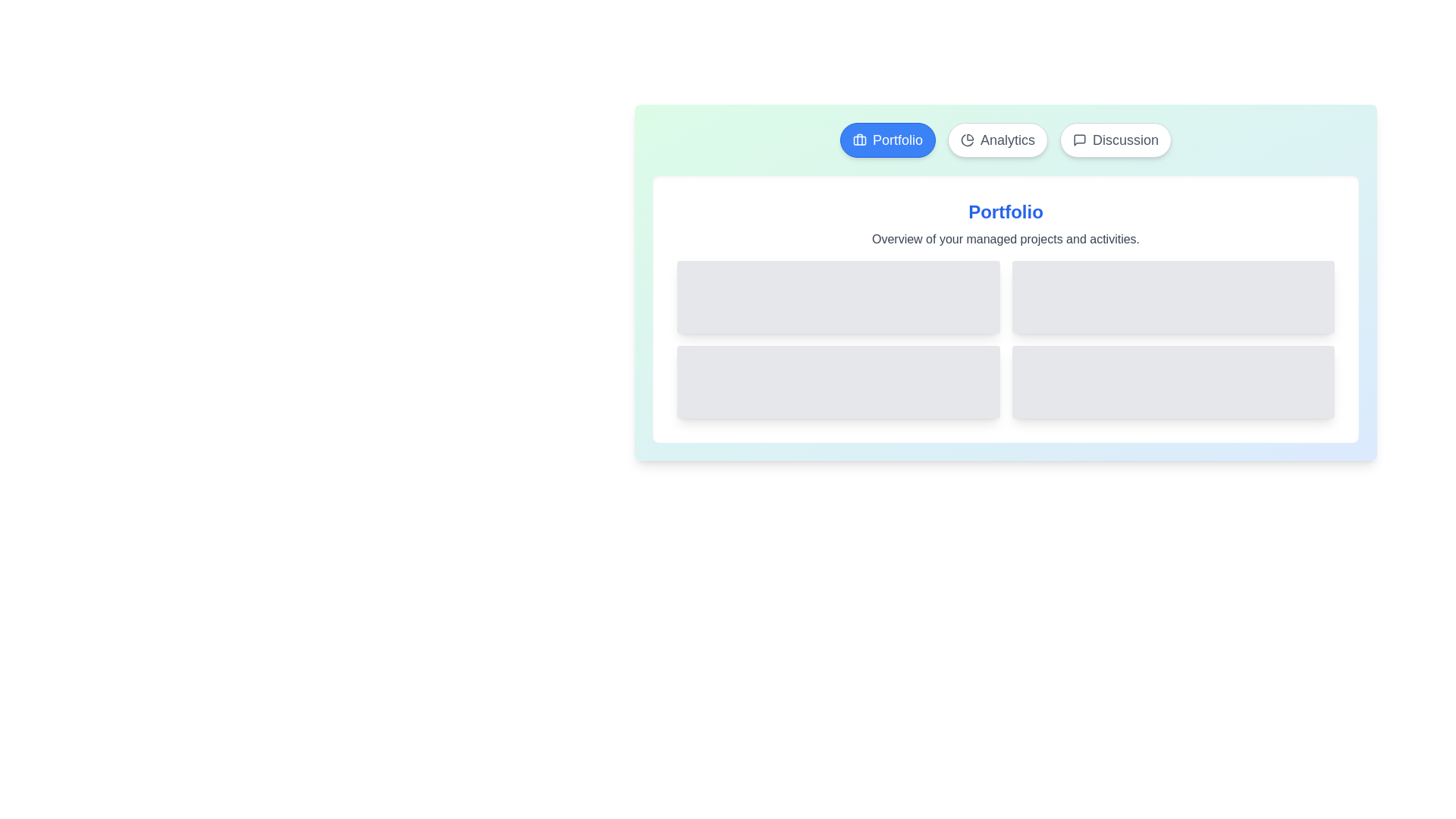 This screenshot has width=1456, height=819. Describe the element at coordinates (888, 140) in the screenshot. I see `the Portfolio tab to observe its hover effect` at that location.